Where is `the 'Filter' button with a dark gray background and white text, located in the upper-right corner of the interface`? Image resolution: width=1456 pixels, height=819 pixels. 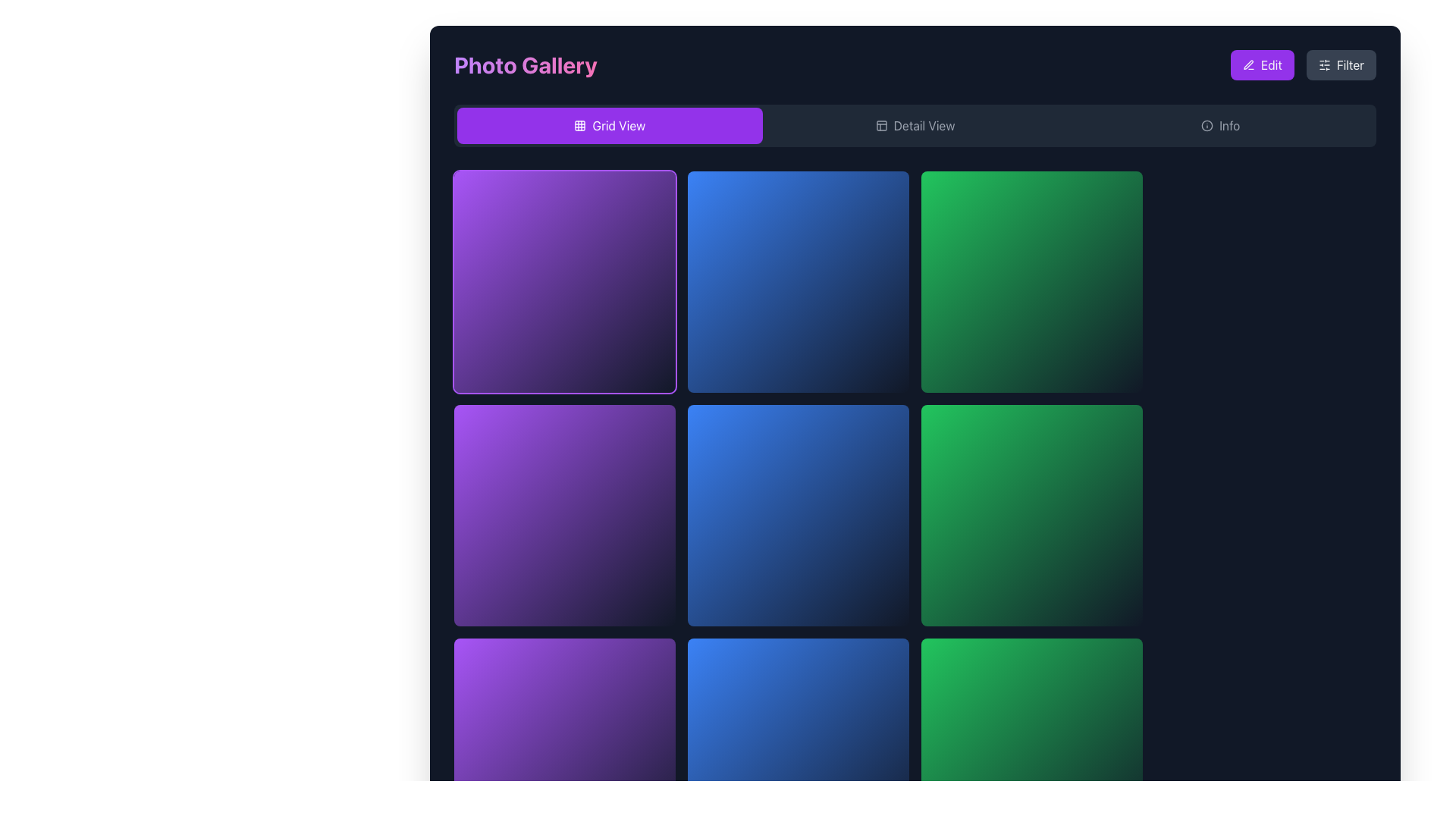
the 'Filter' button with a dark gray background and white text, located in the upper-right corner of the interface is located at coordinates (1302, 64).